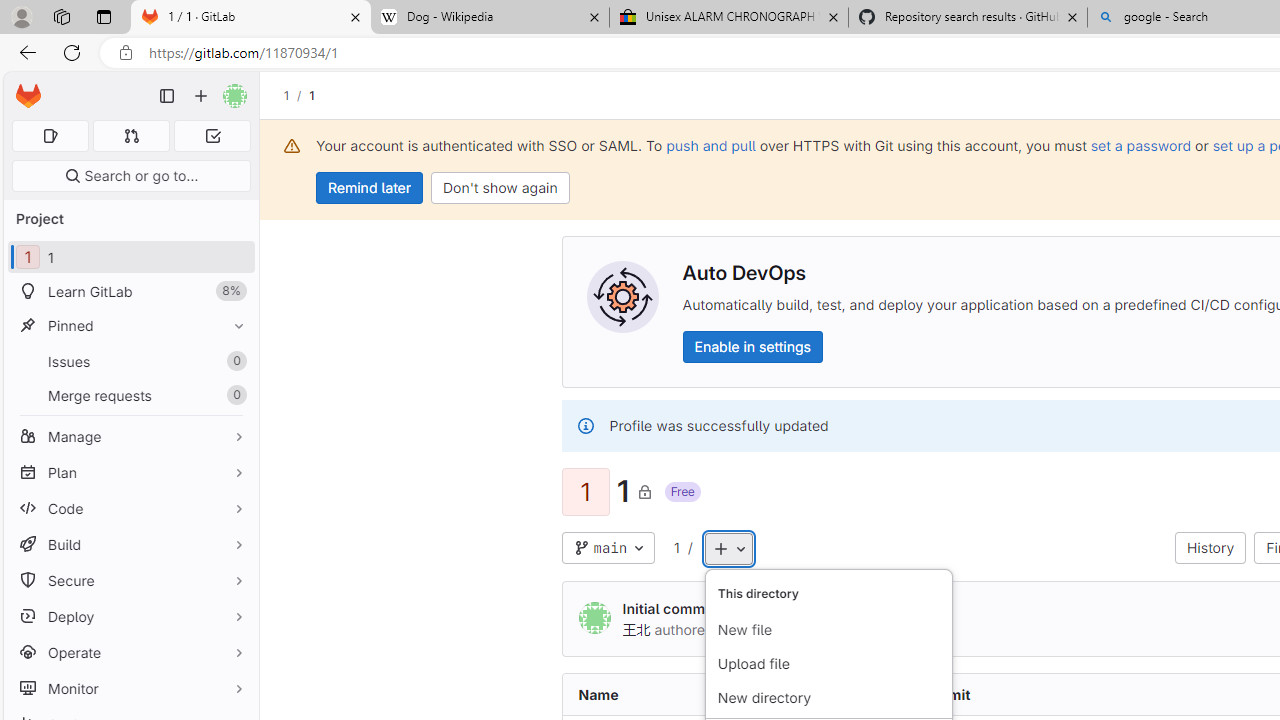  Describe the element at coordinates (828, 644) in the screenshot. I see `'New fileUpload fileNew directory'` at that location.